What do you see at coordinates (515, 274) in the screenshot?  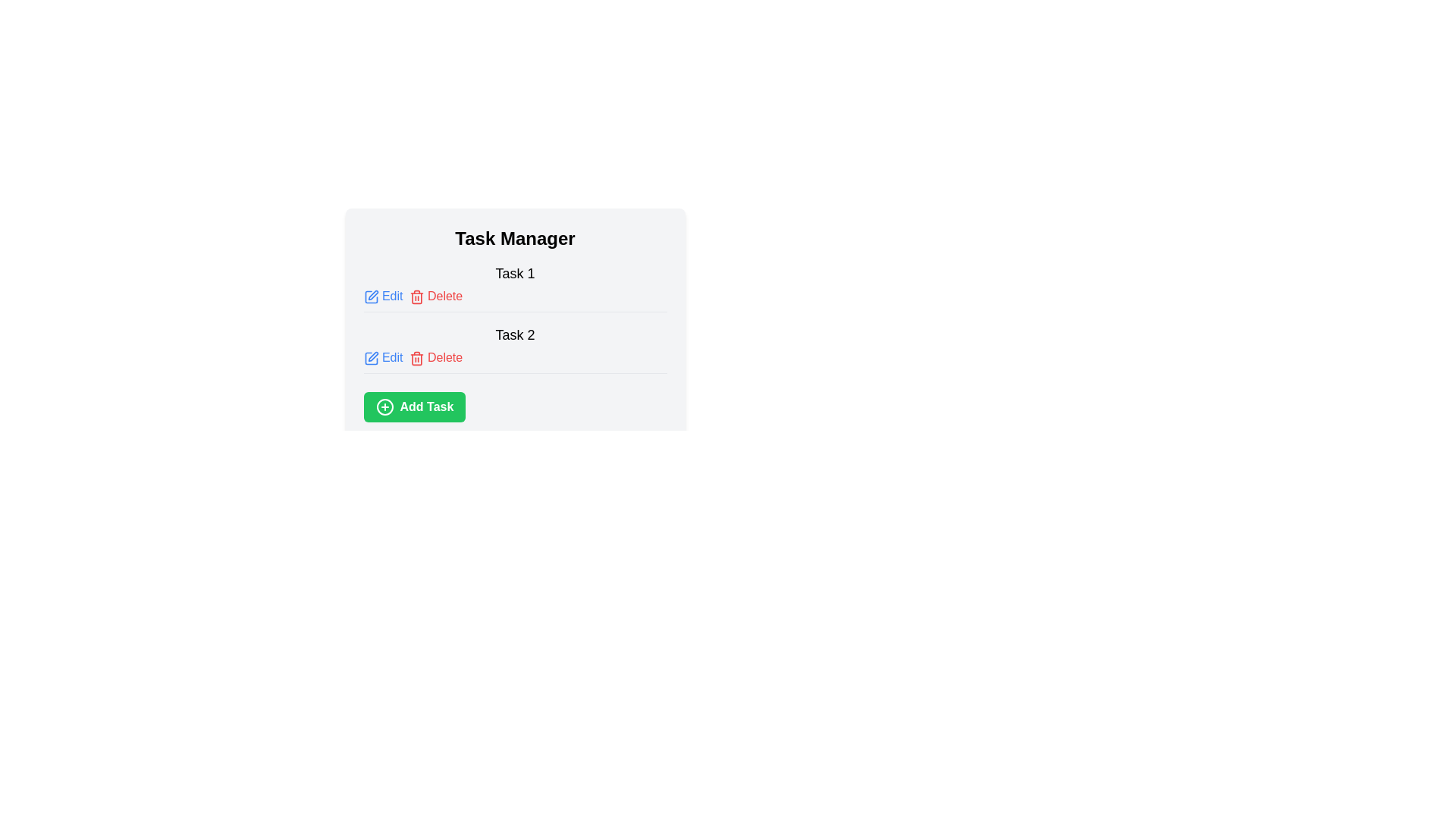 I see `the title text element of a task item in the task management list, which is positioned at the top-center of the interface, above the 'Edit' and 'Delete' options` at bounding box center [515, 274].